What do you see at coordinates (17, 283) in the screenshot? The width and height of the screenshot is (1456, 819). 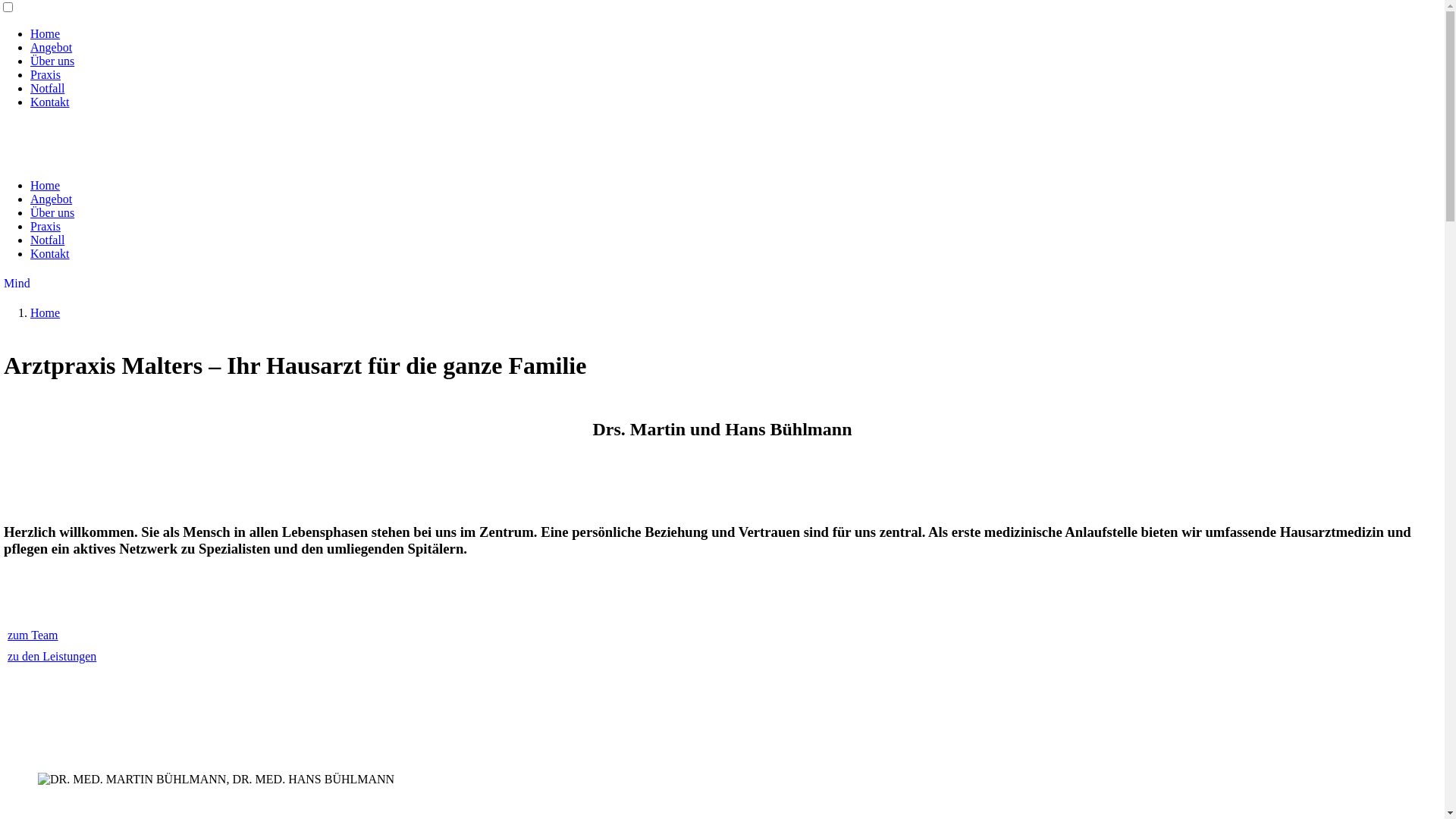 I see `'Mind'` at bounding box center [17, 283].